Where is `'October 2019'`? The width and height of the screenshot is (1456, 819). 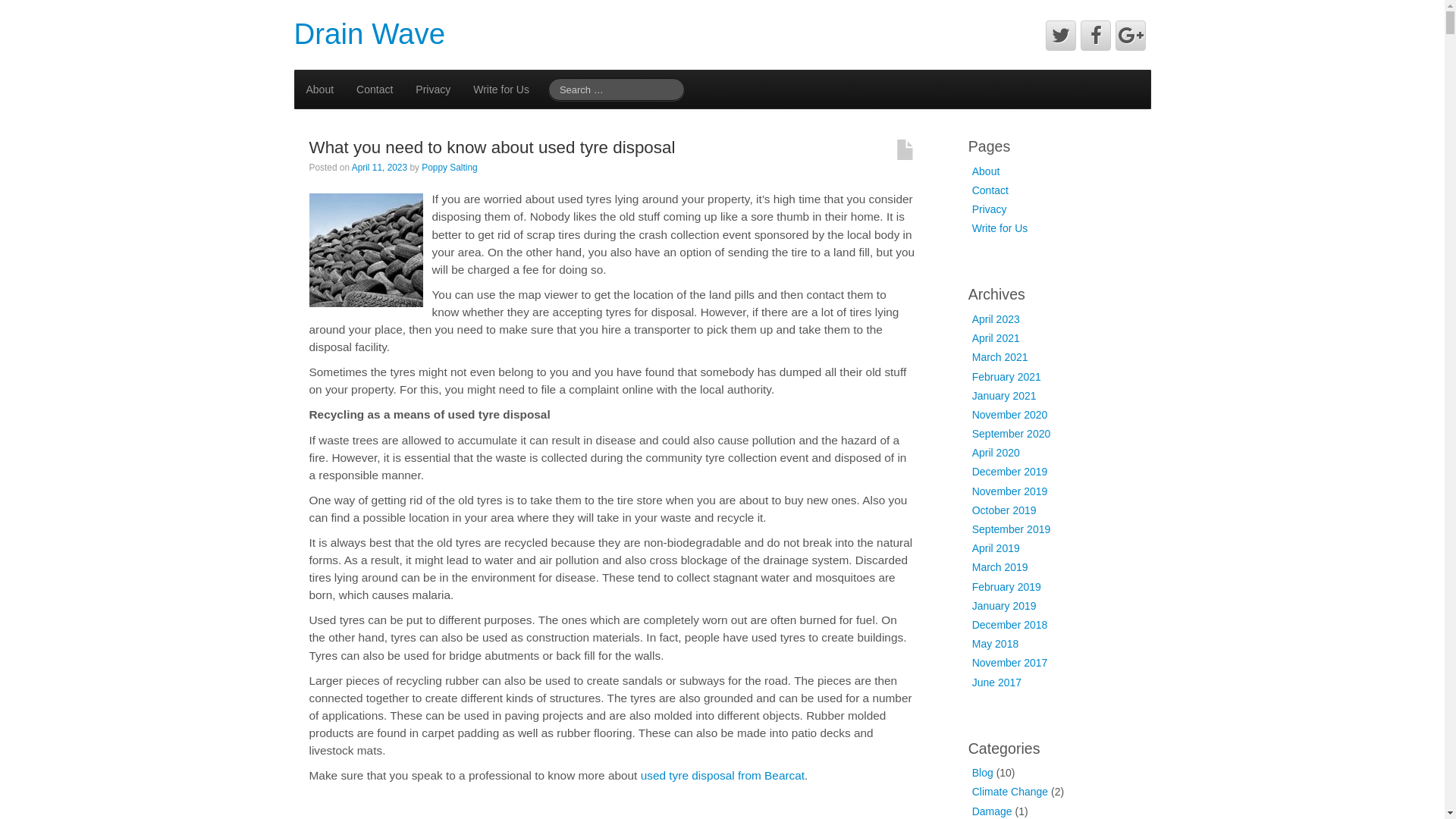
'October 2019' is located at coordinates (1004, 510).